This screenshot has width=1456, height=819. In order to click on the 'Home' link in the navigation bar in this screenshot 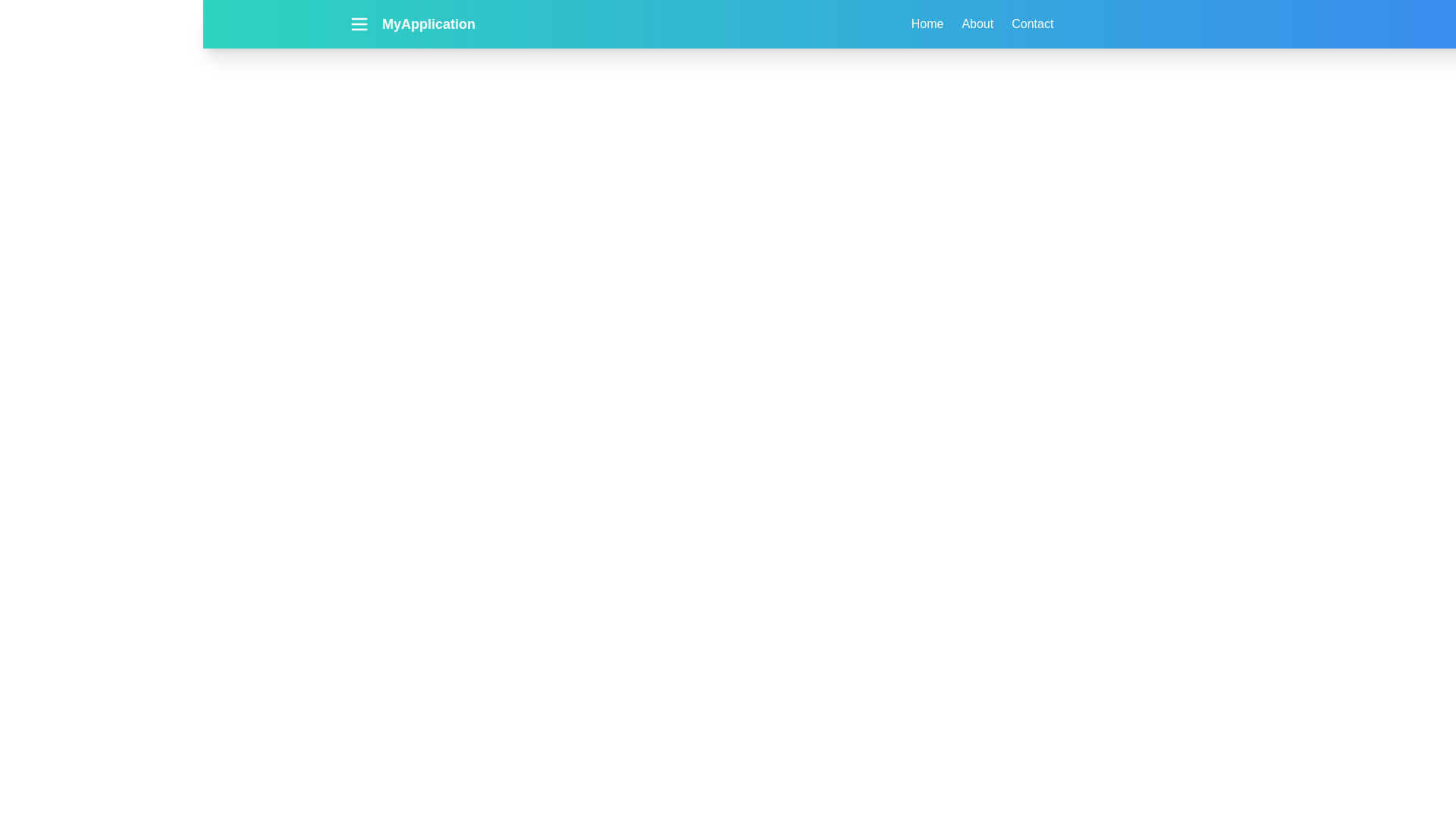, I will do `click(927, 24)`.